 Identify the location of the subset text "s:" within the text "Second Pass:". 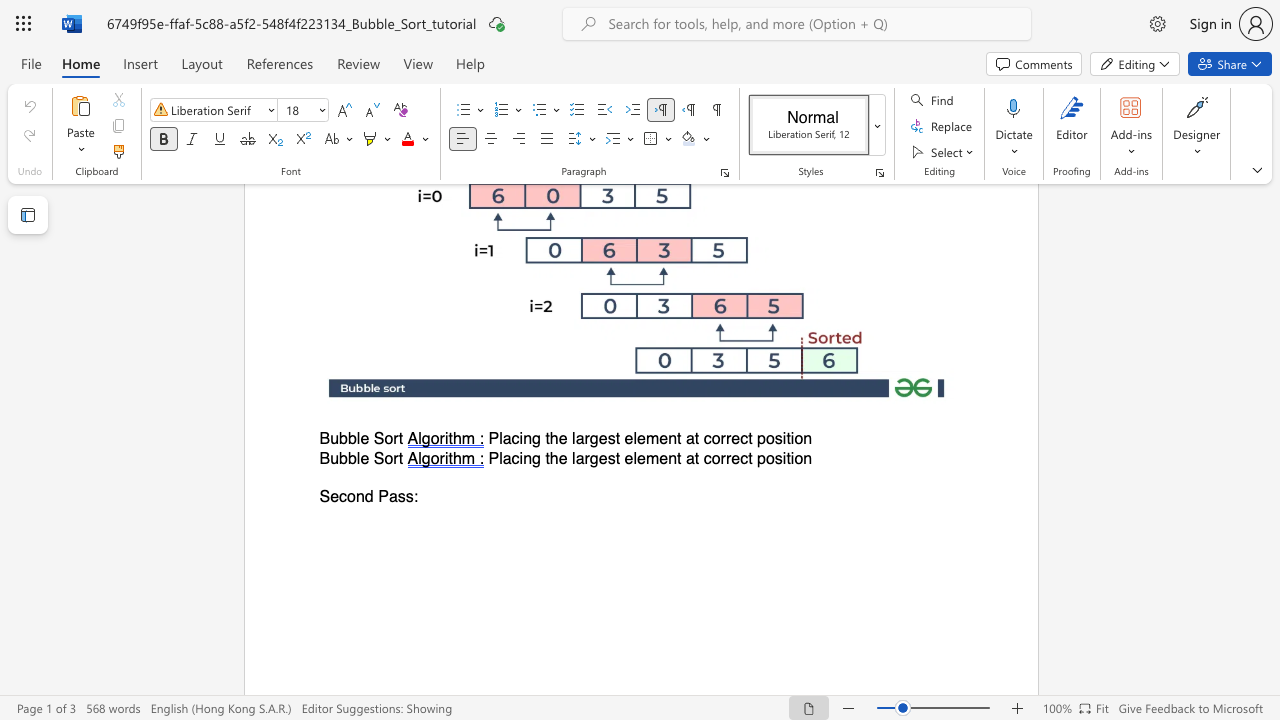
(404, 496).